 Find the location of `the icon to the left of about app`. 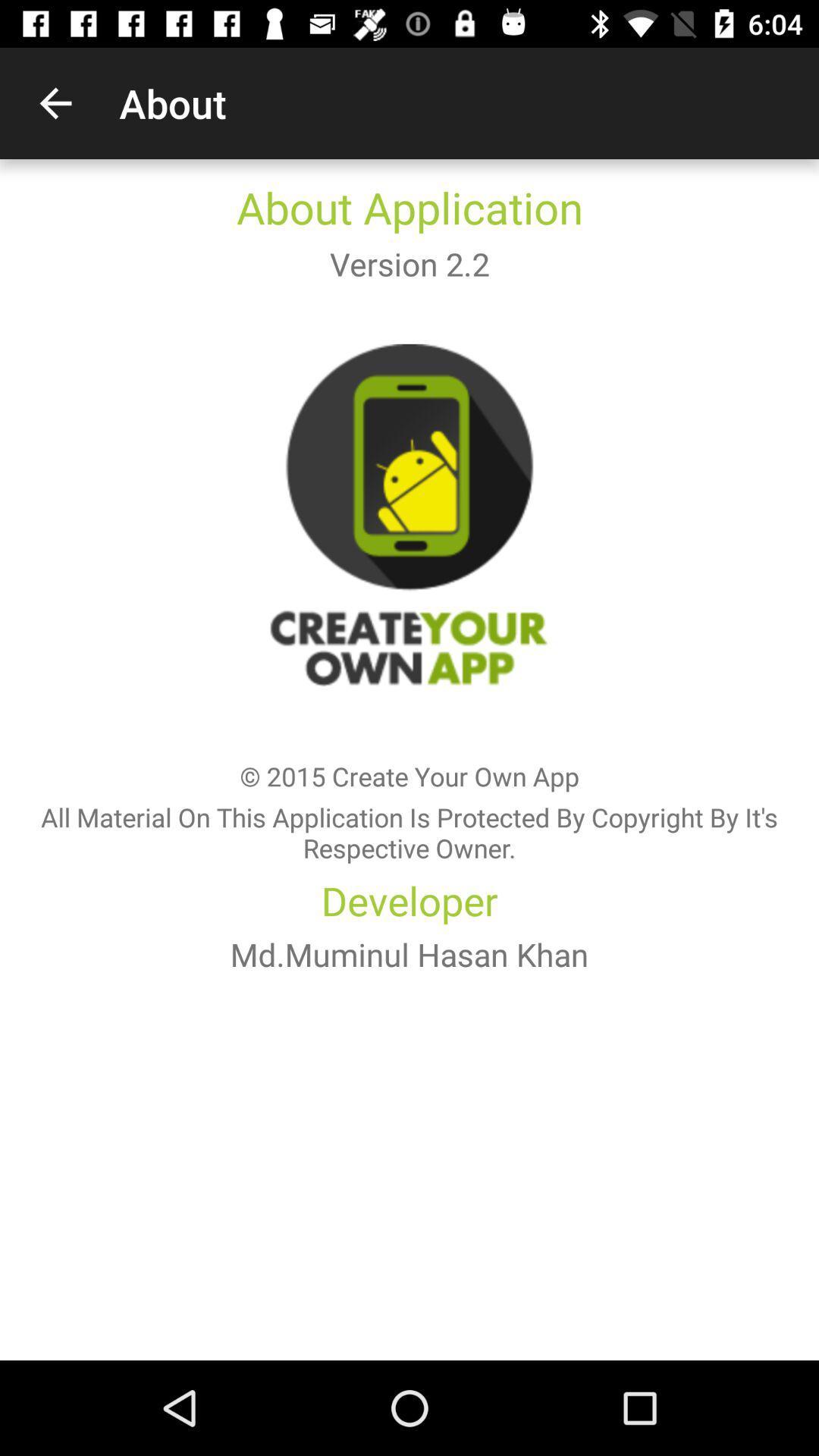

the icon to the left of about app is located at coordinates (55, 102).